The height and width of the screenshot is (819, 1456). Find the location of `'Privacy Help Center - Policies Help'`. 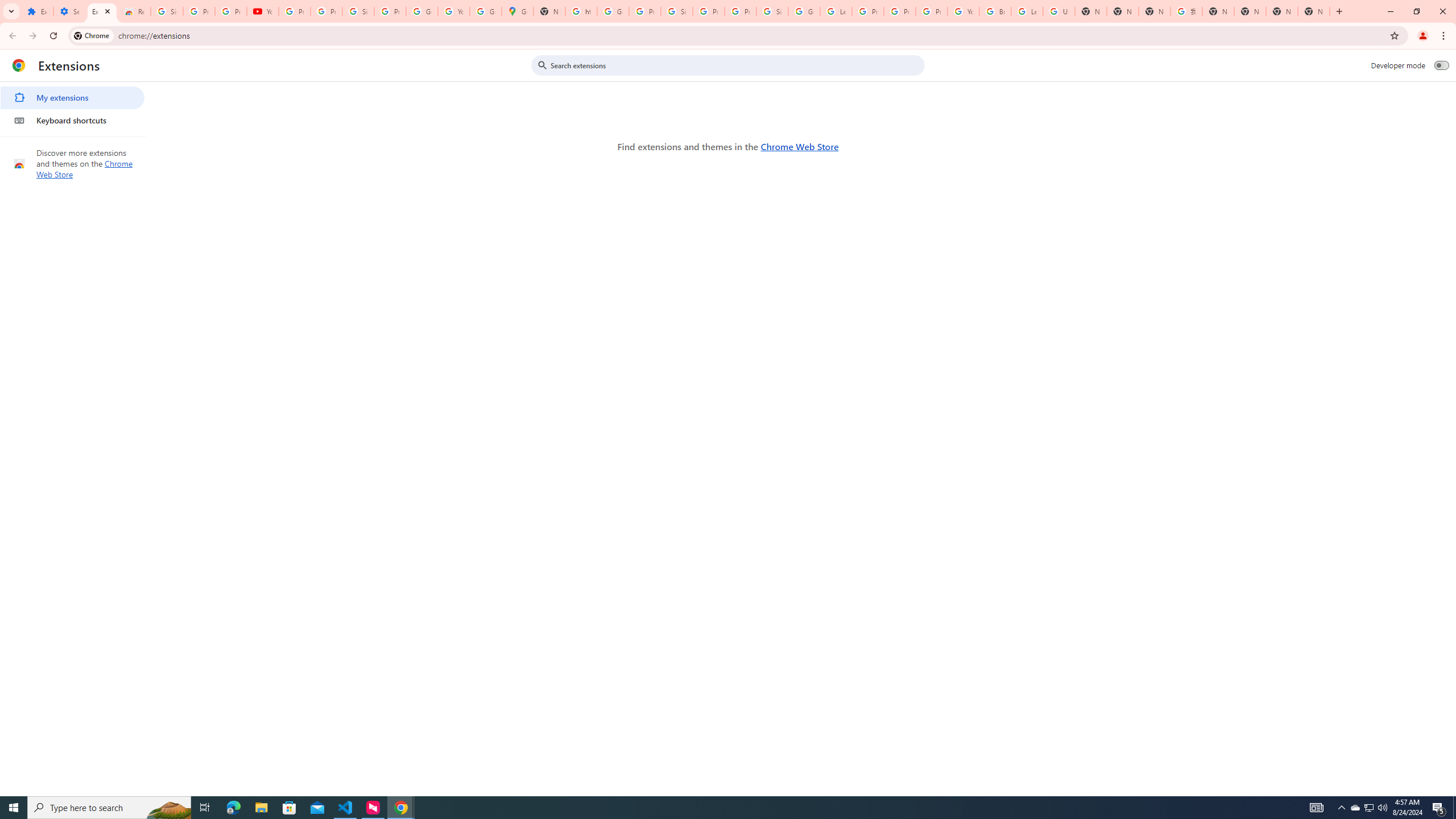

'Privacy Help Center - Policies Help' is located at coordinates (899, 11).